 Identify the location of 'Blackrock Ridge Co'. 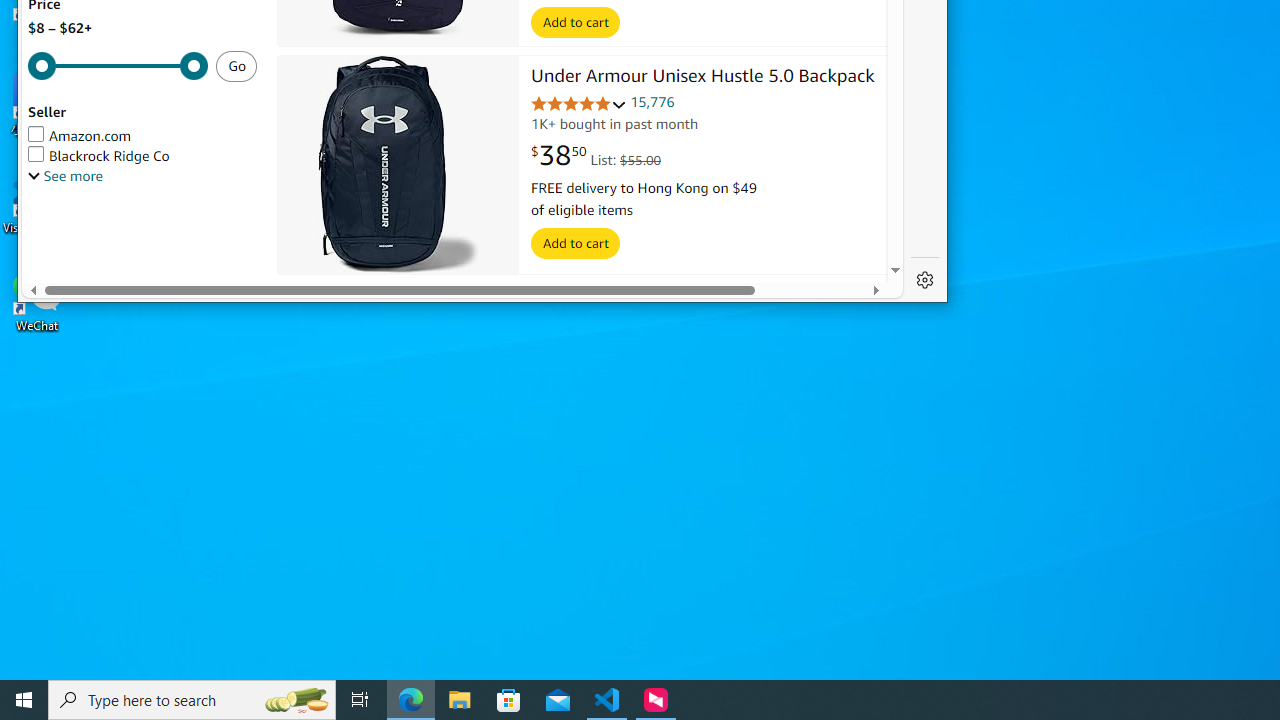
(98, 155).